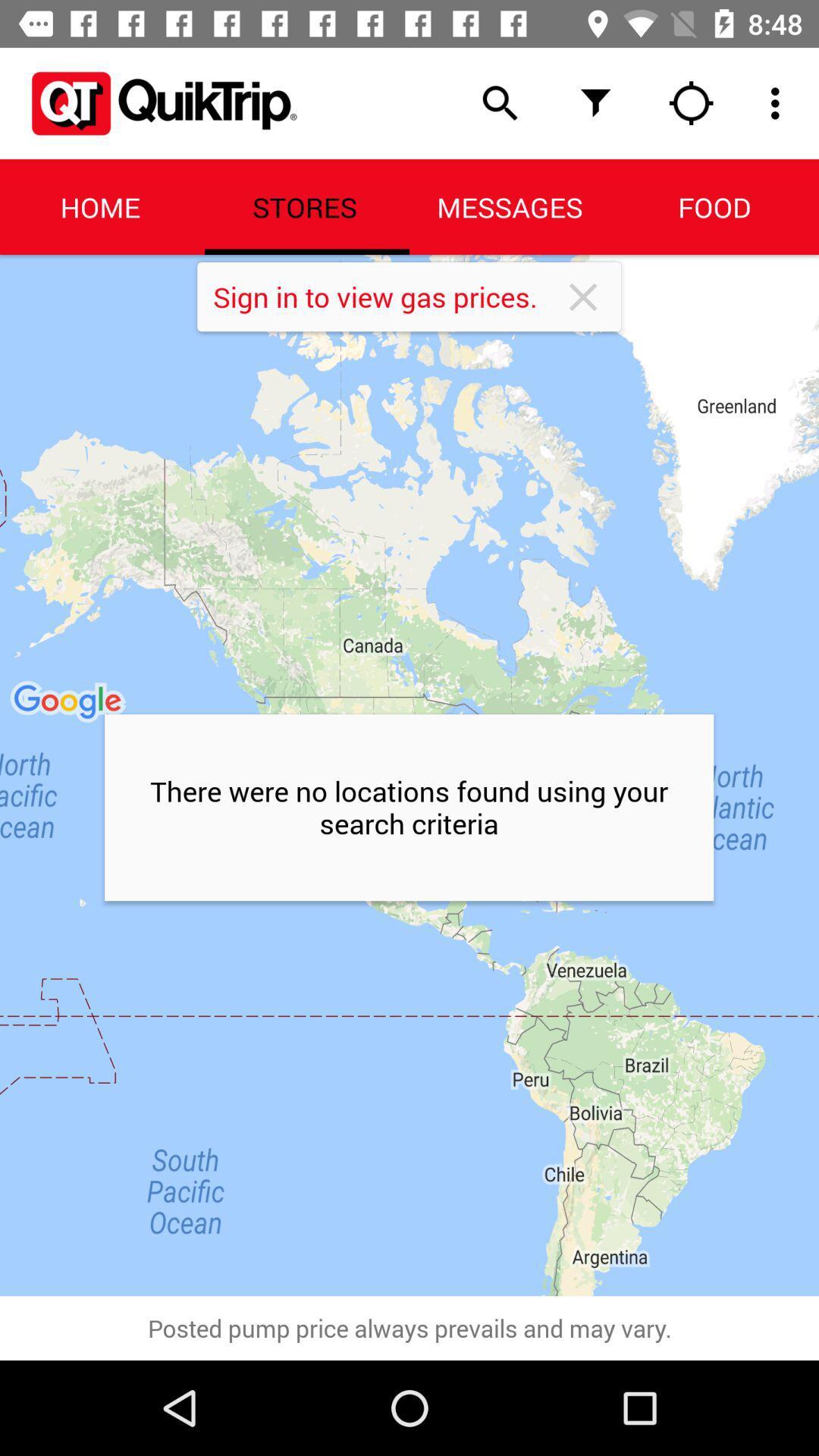 This screenshot has width=819, height=1456. Describe the element at coordinates (386, 297) in the screenshot. I see `icon above the there were no item` at that location.